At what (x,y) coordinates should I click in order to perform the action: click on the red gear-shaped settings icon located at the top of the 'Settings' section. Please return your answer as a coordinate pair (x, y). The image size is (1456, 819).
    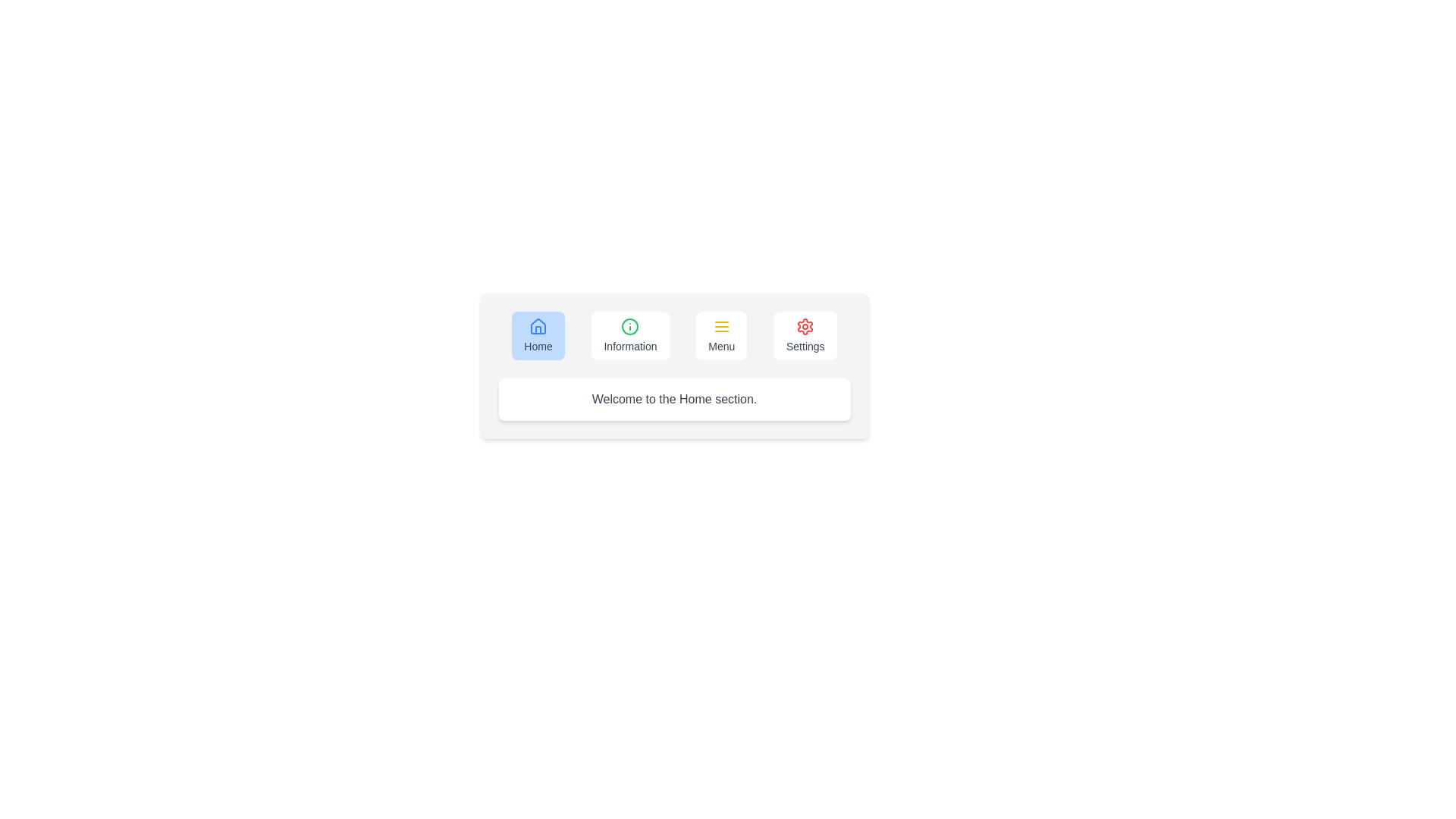
    Looking at the image, I should click on (805, 326).